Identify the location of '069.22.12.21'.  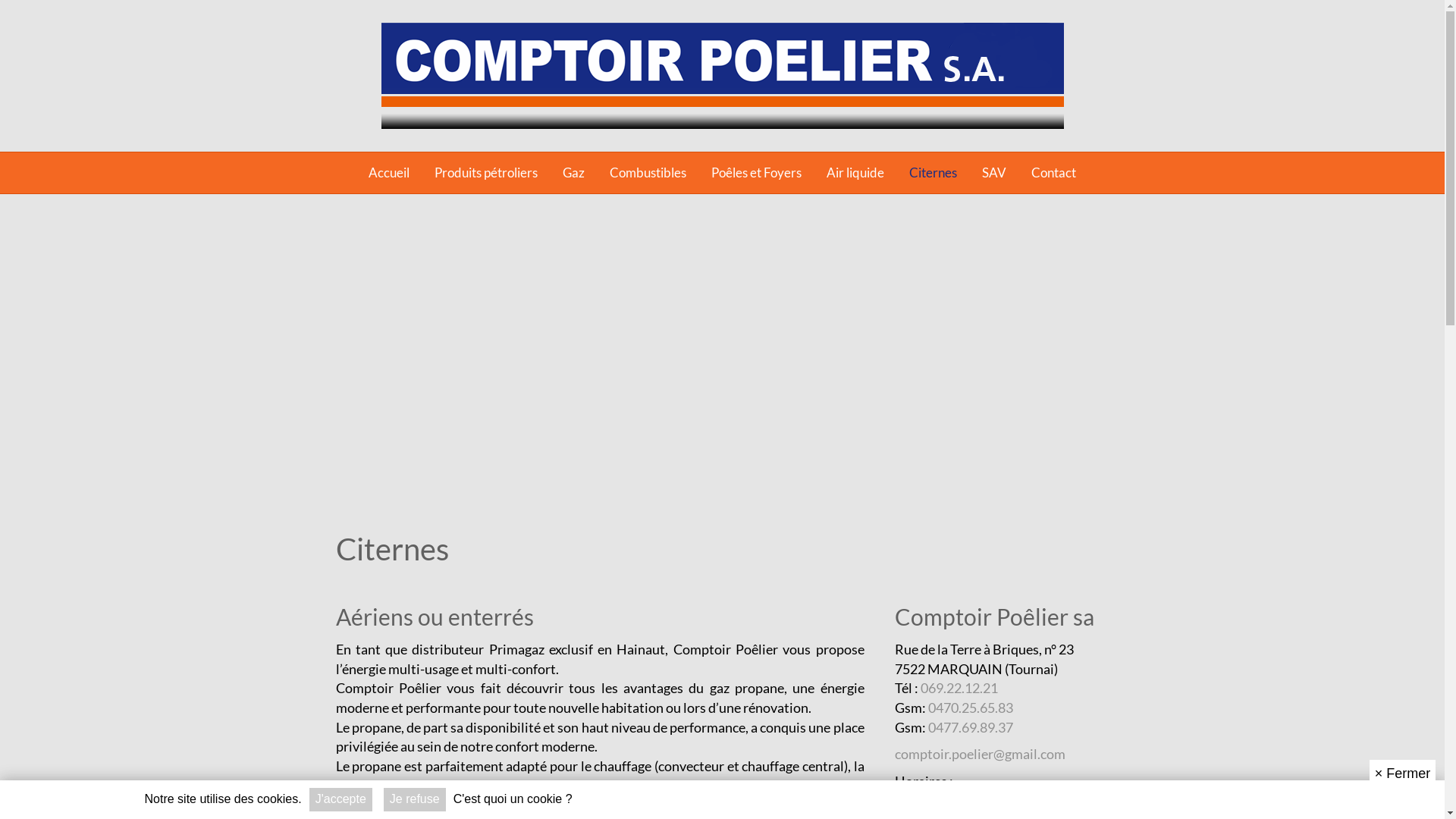
(959, 687).